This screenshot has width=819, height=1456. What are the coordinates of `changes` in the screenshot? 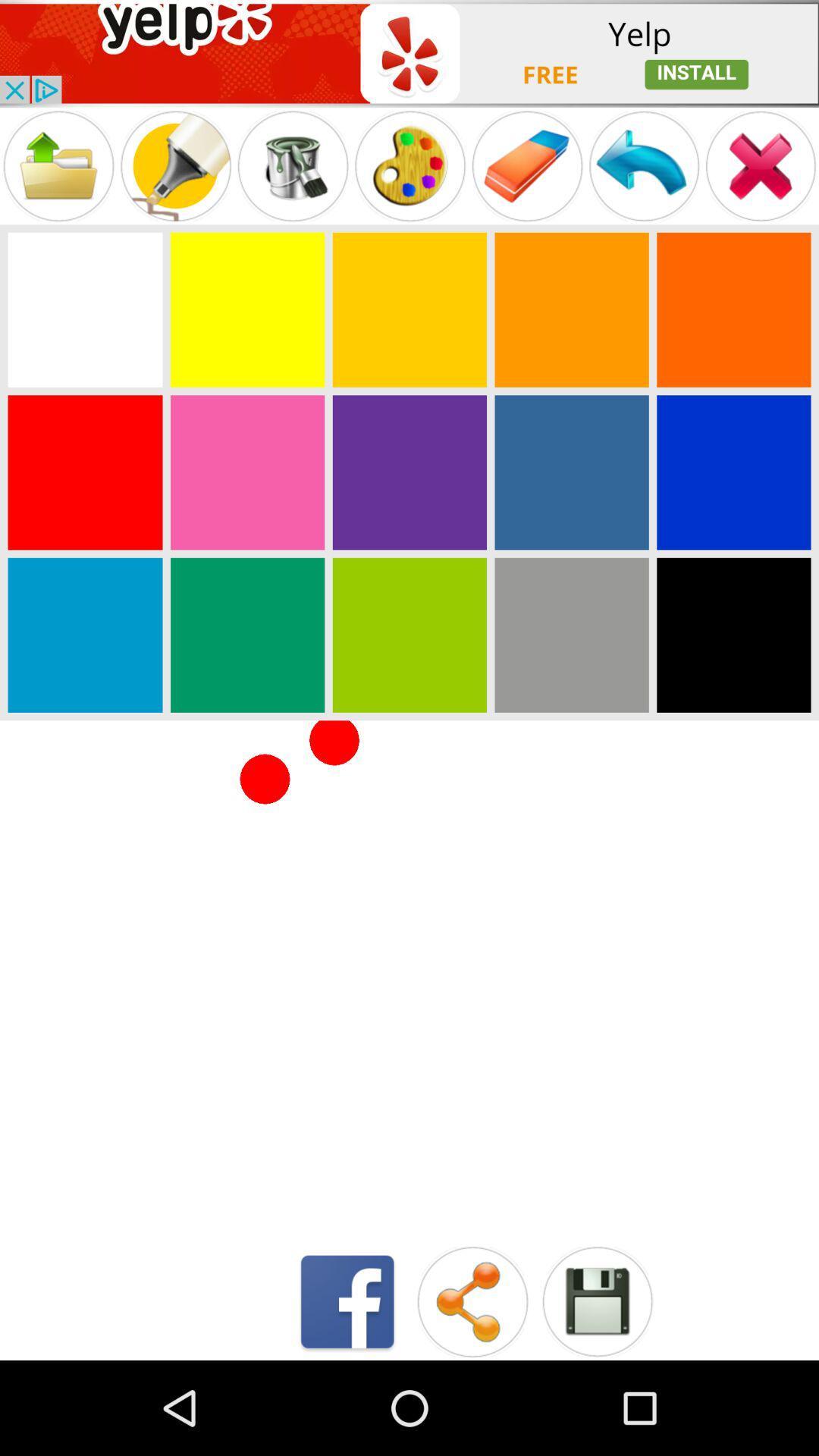 It's located at (596, 1301).